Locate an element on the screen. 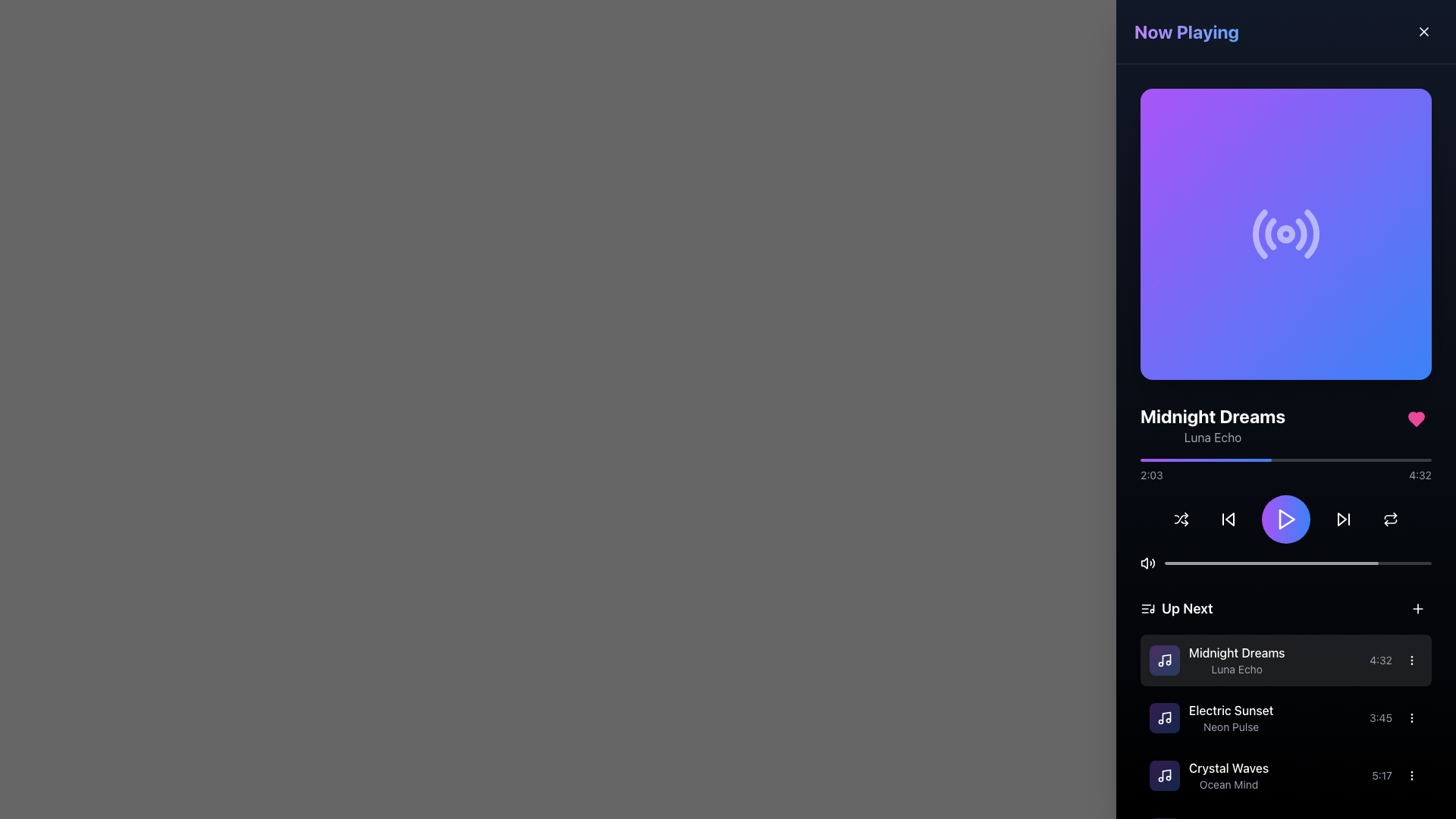 Image resolution: width=1456 pixels, height=819 pixels. the song icon for 'Crystal Waves' in the playlist, located left of the text block displaying the song title and artist is located at coordinates (1164, 775).